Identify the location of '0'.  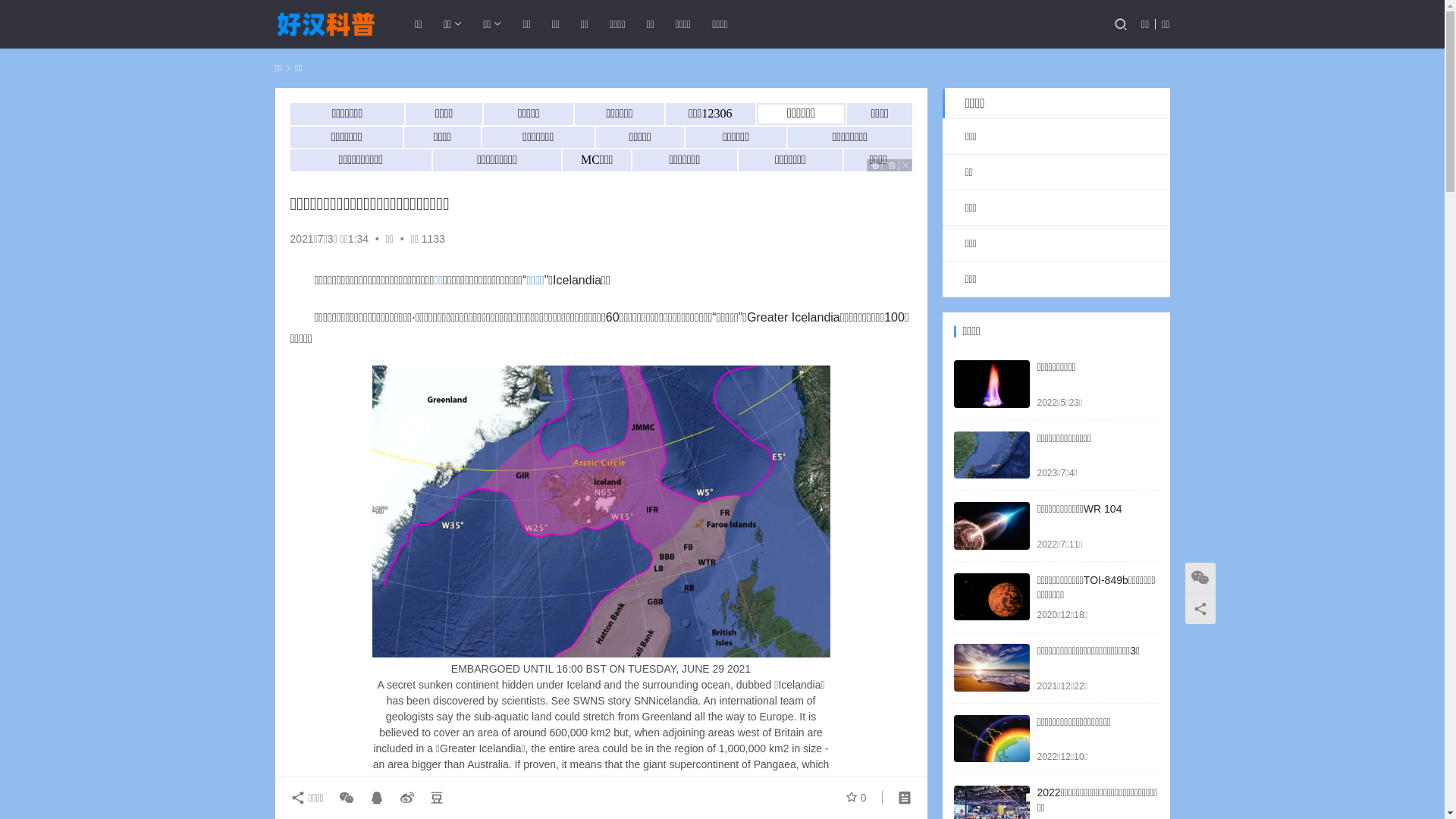
(844, 797).